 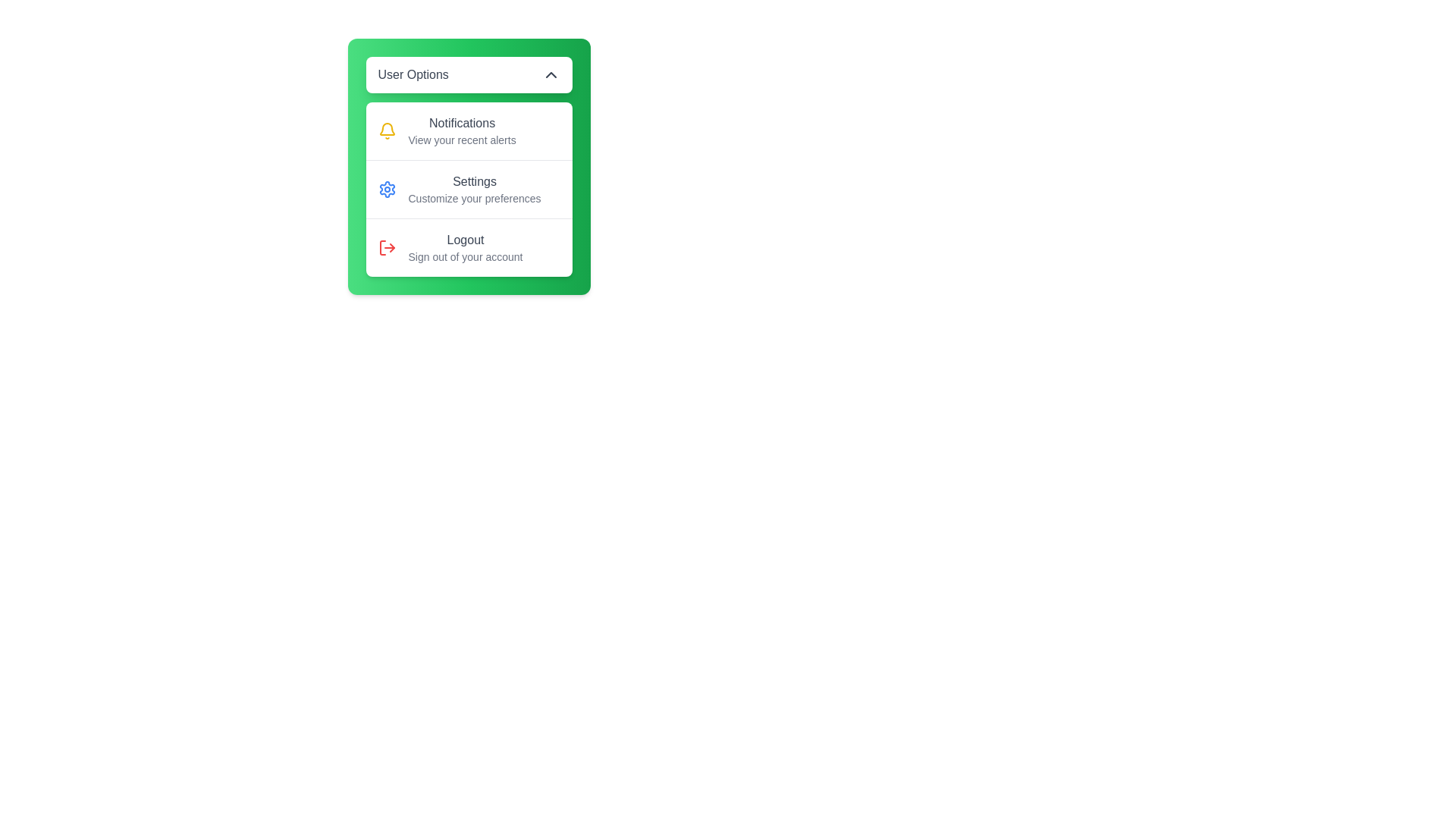 I want to click on the 'Settings' text label with descriptive subtext and associated gear icon, so click(x=474, y=189).